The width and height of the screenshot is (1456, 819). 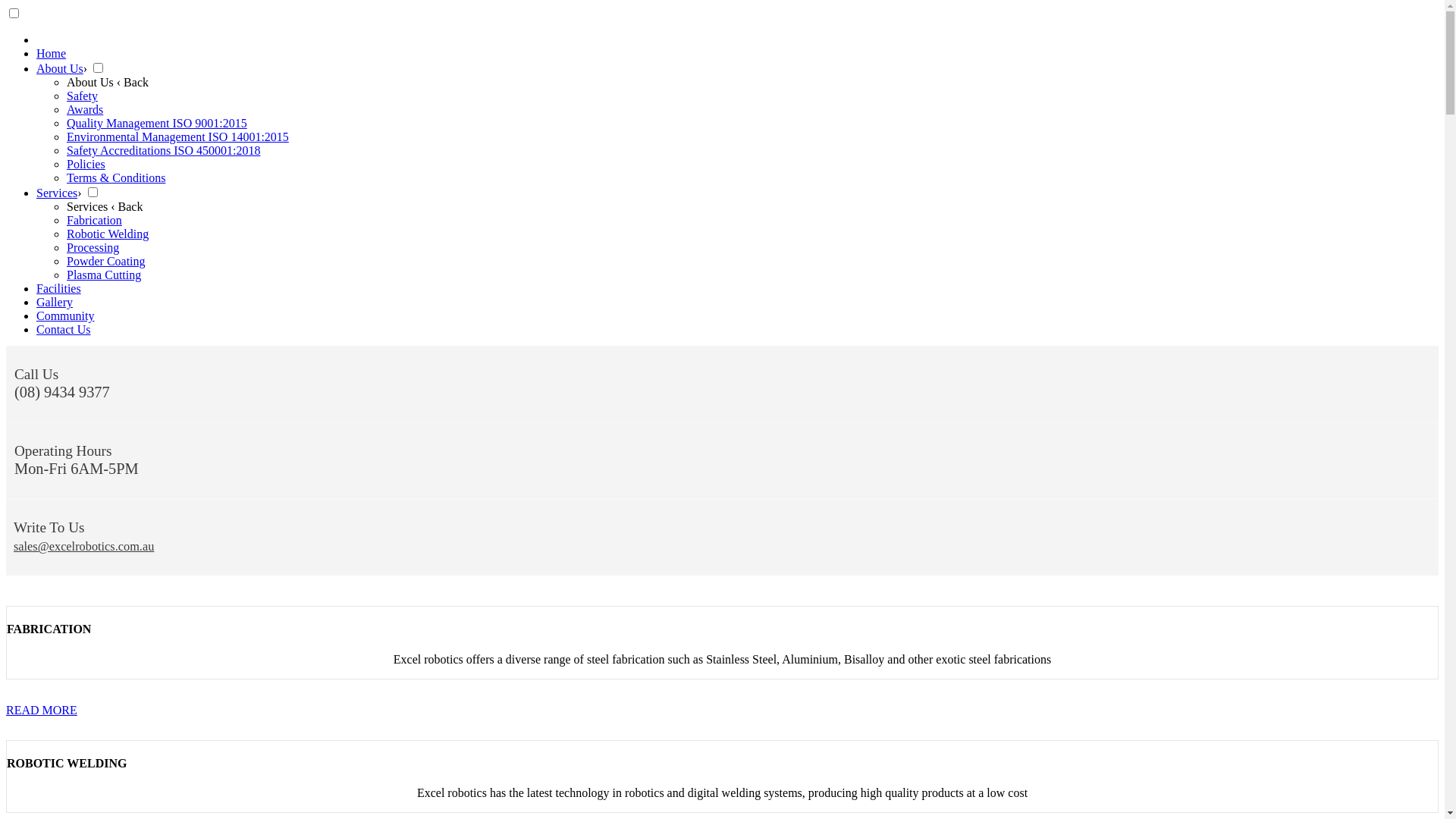 I want to click on 'Terms & Conditions', so click(x=115, y=177).